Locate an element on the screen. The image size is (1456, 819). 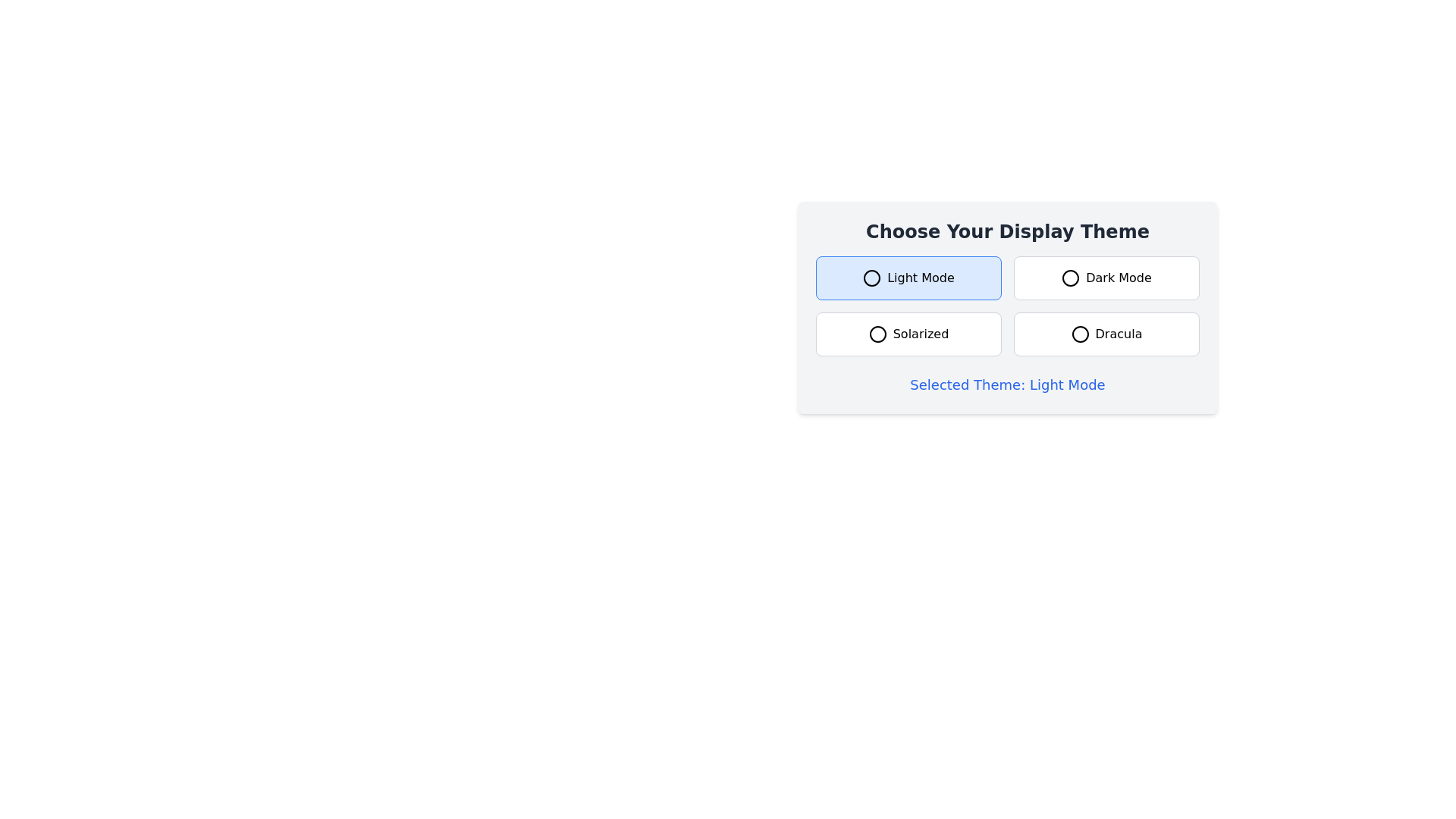
the circular selection indicator (radio button) located at the center of the 'Dark Mode' button is located at coordinates (1070, 278).